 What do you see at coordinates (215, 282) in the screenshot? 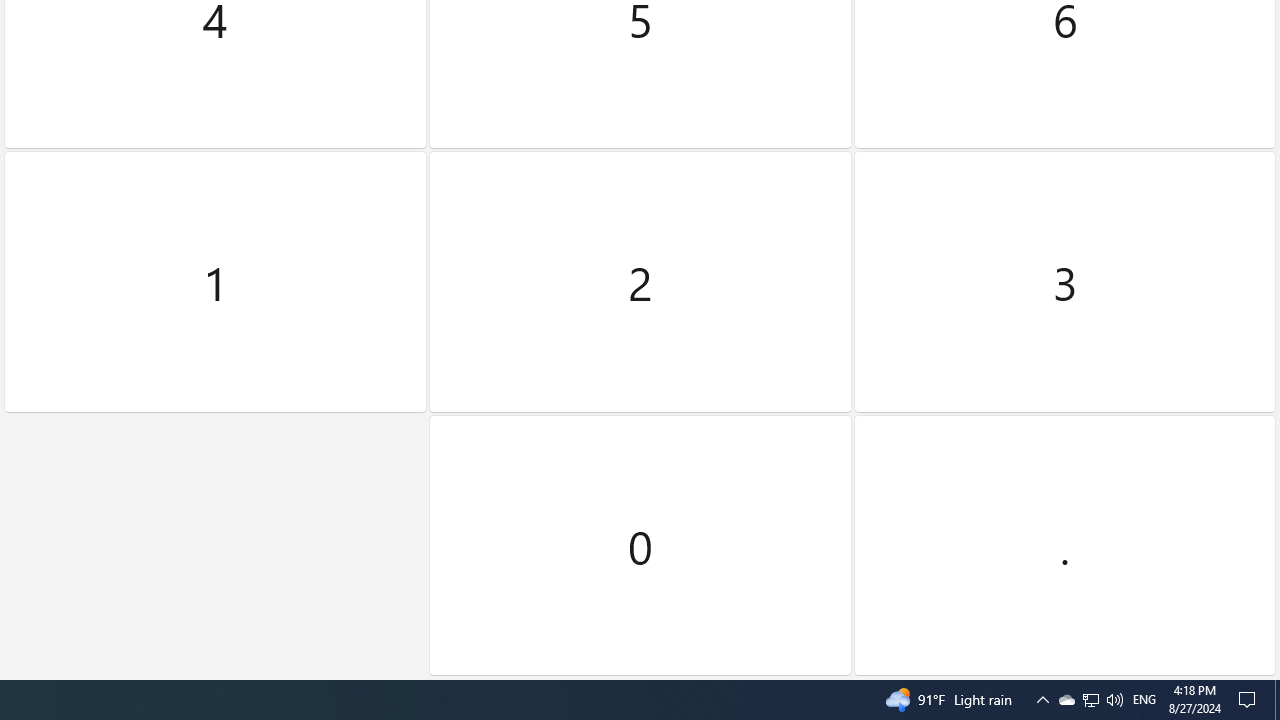
I see `'One'` at bounding box center [215, 282].